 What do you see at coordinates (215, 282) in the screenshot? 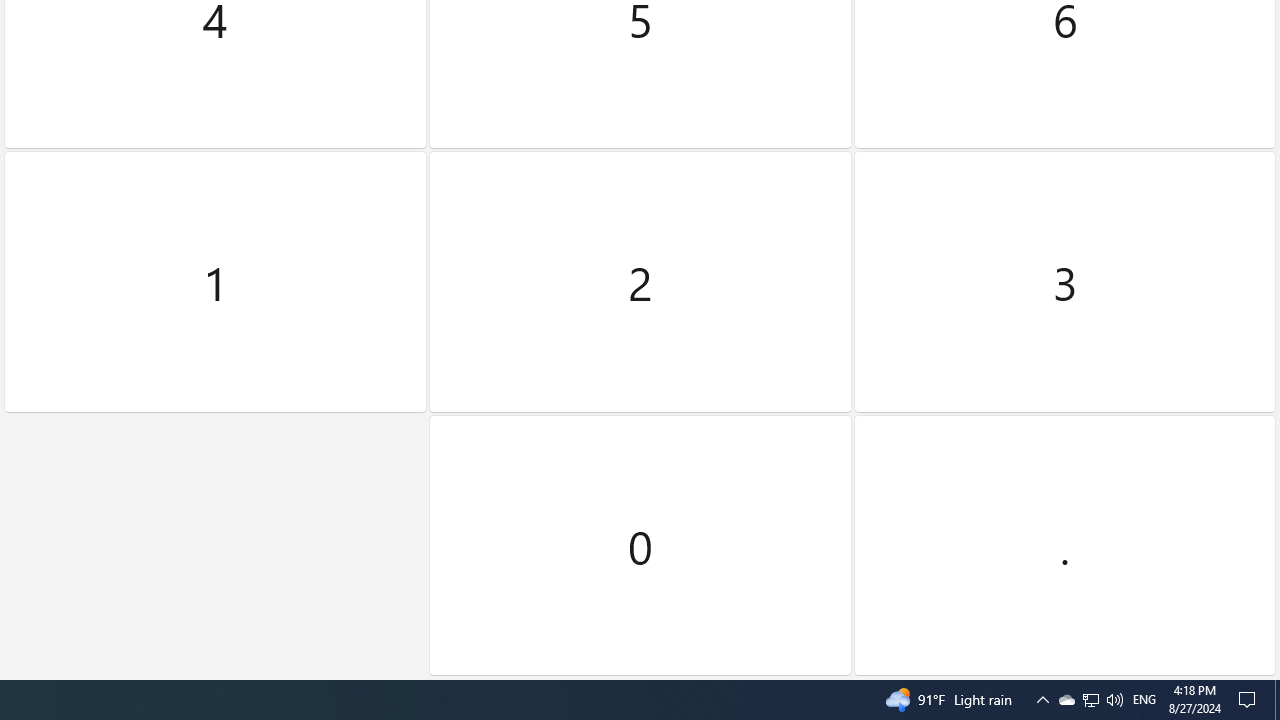
I see `'One'` at bounding box center [215, 282].